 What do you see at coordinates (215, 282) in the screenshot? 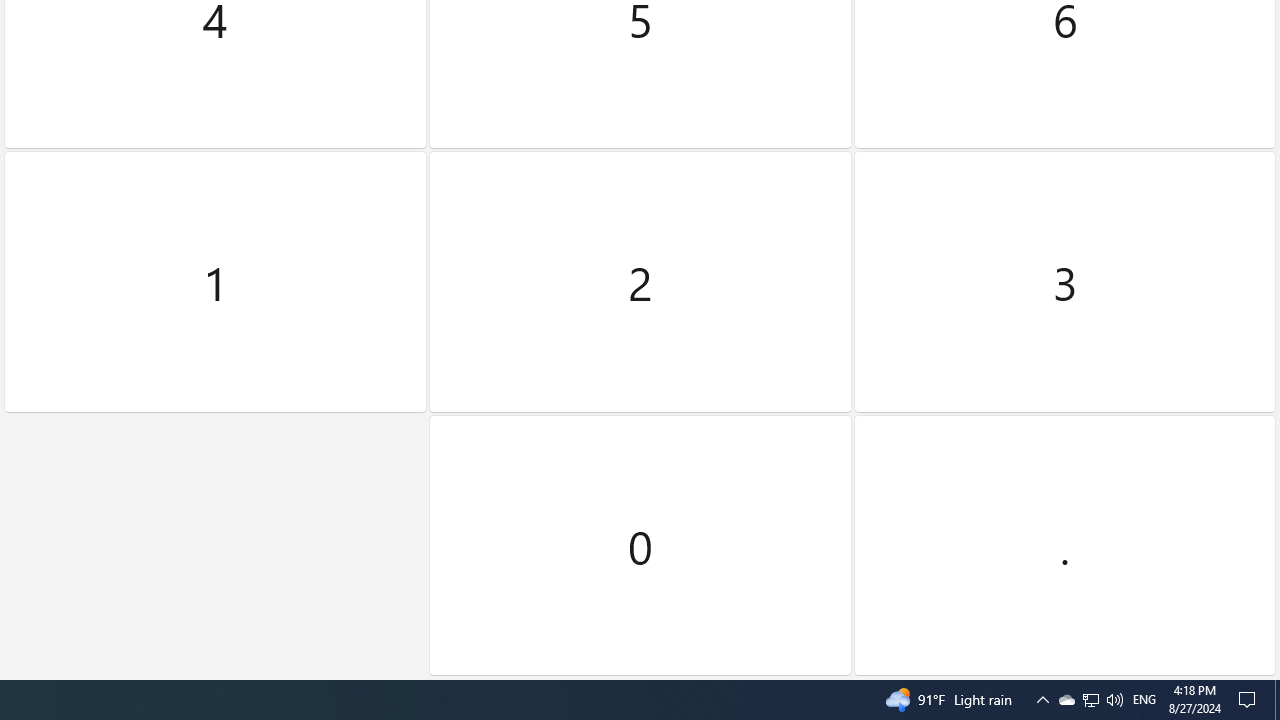
I see `'One'` at bounding box center [215, 282].